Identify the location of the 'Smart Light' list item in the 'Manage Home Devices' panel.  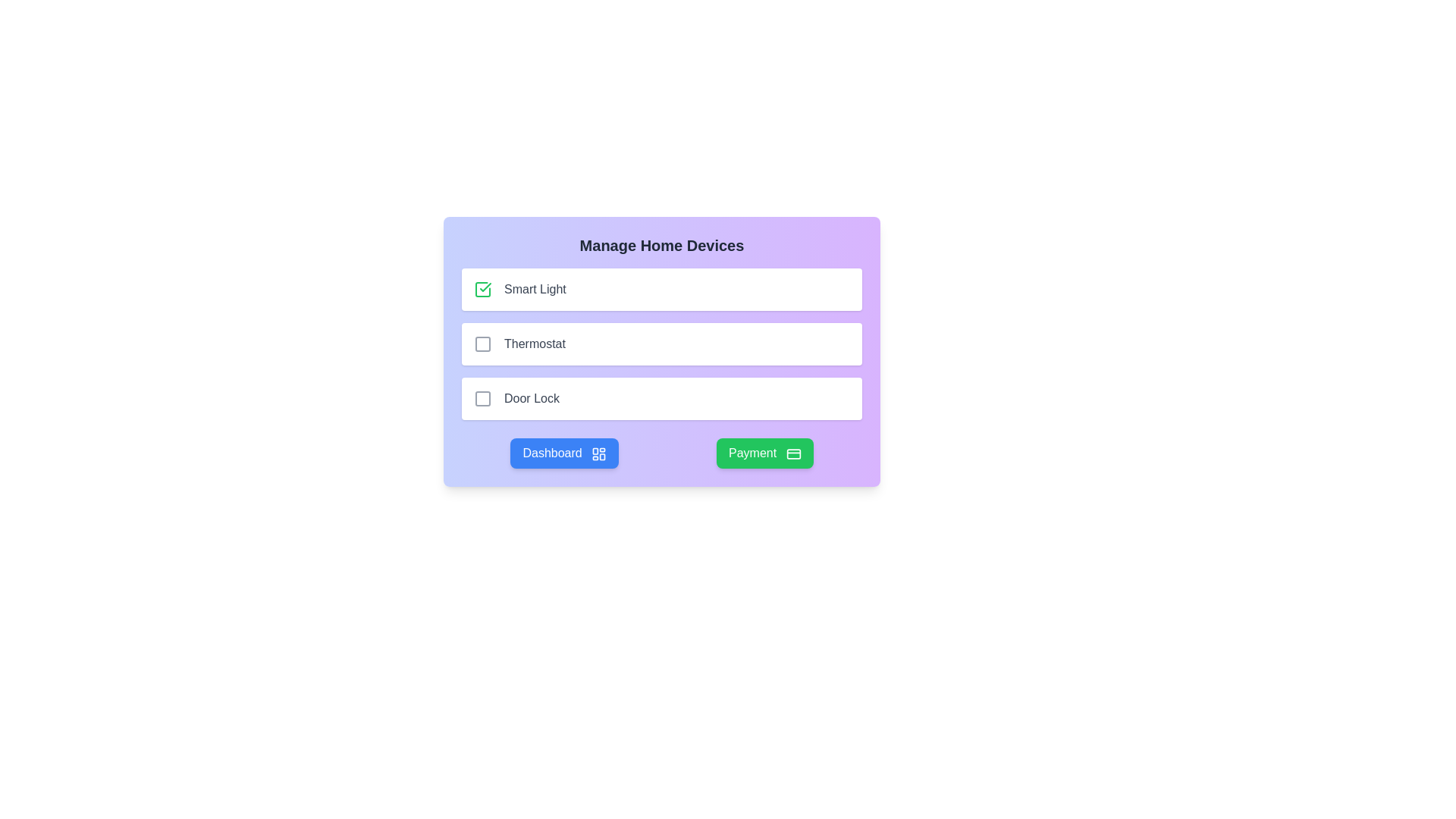
(662, 289).